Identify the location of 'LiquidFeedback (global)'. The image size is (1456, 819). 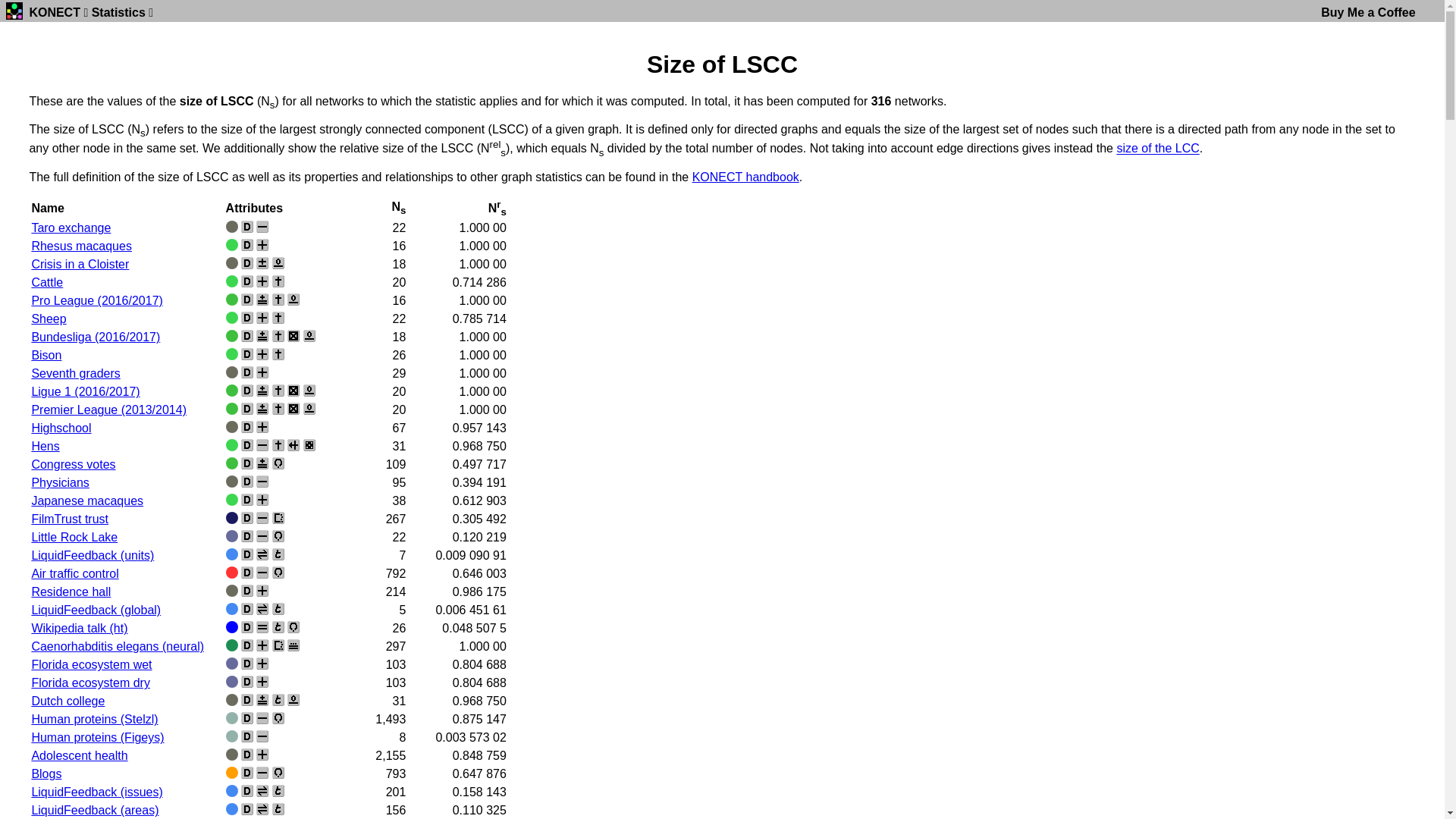
(95, 609).